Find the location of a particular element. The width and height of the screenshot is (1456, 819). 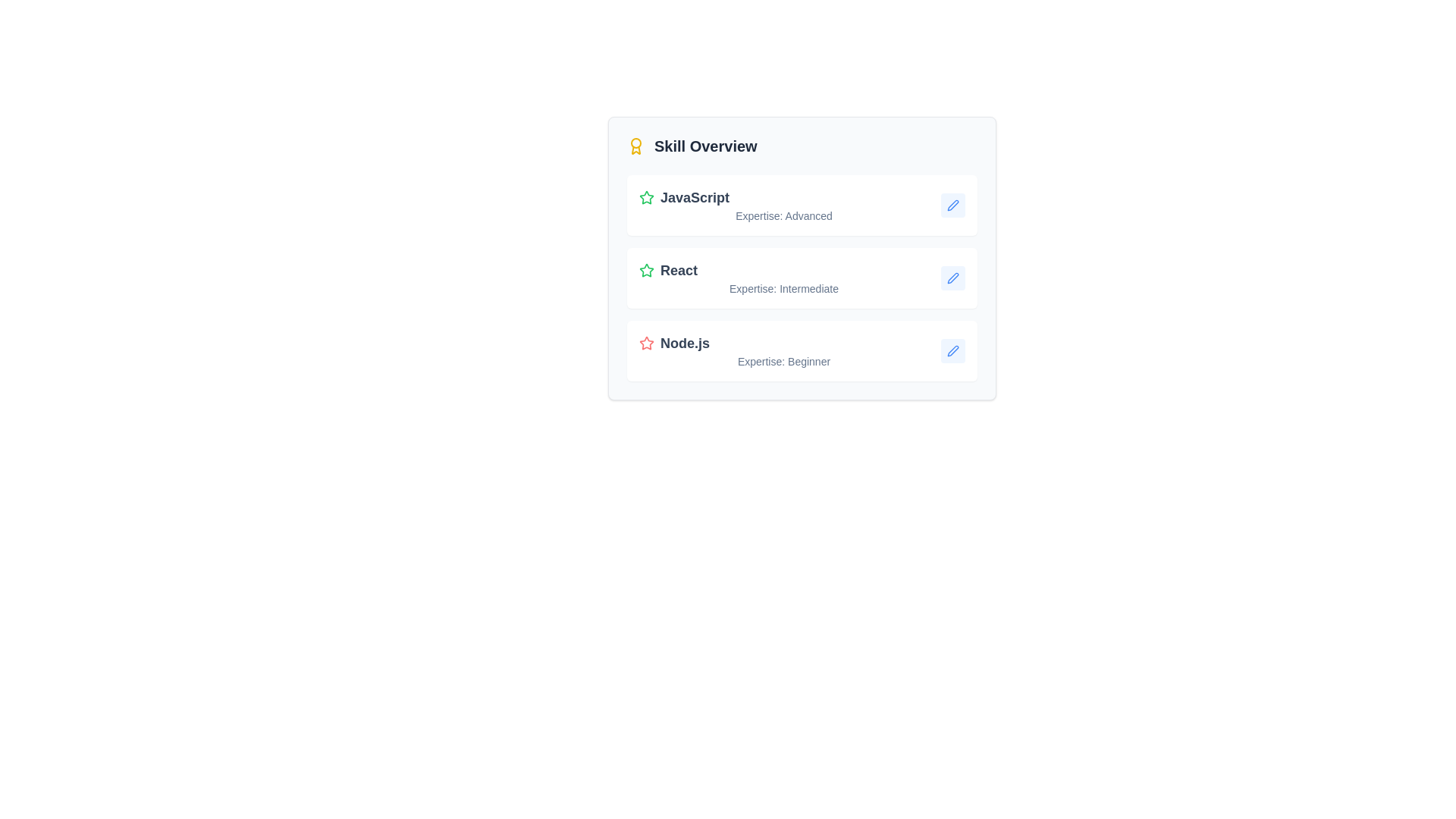

the static text label located at the bottom entry of the 'Skill Overview' section, which is accompanied by a red star icon, for navigation or interaction is located at coordinates (683, 343).